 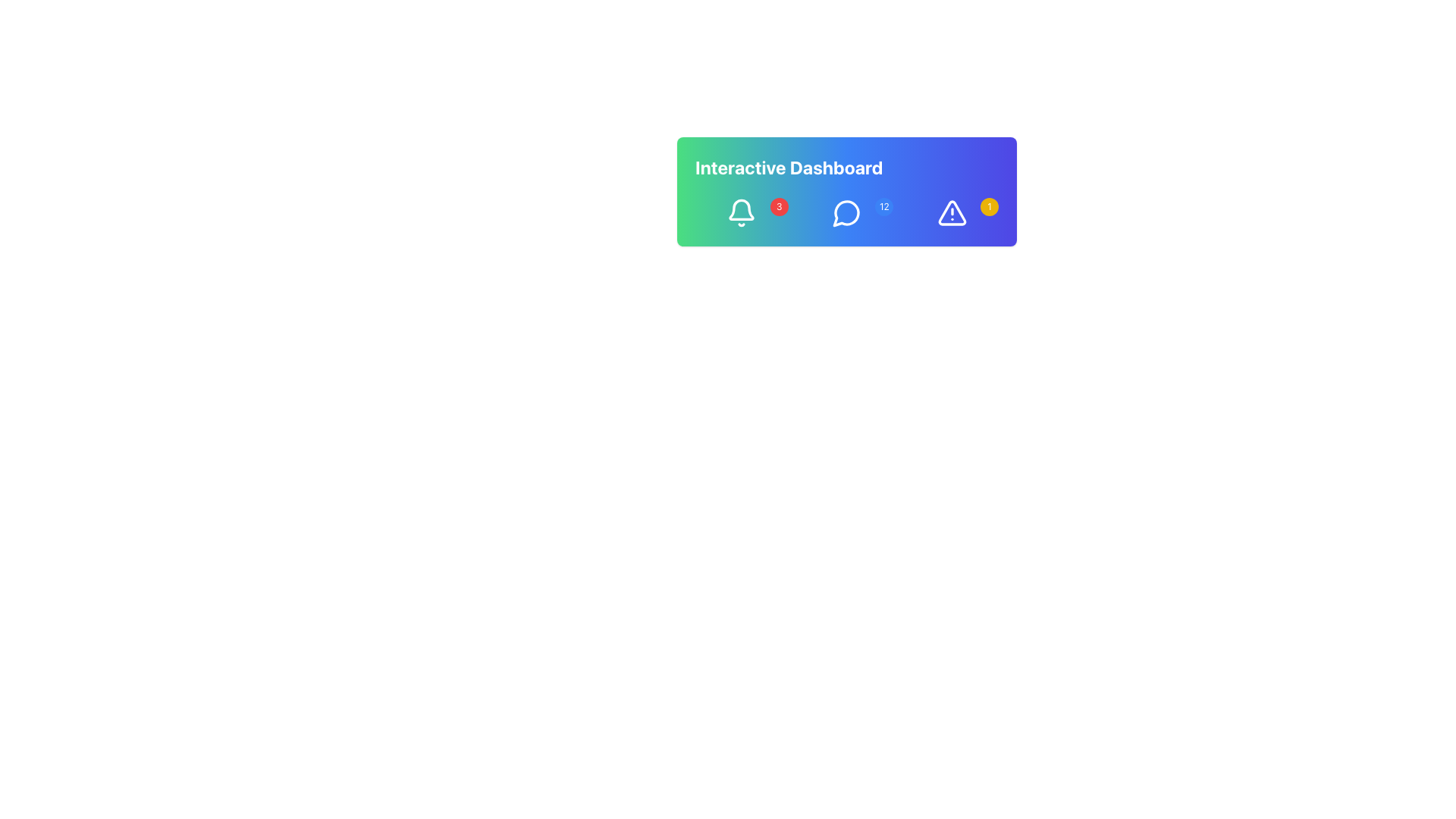 What do you see at coordinates (742, 209) in the screenshot?
I see `the bell-shaped icon in the first position of the row within the blue to green gradient header bar labeled 'Interactive Dashboard'` at bounding box center [742, 209].